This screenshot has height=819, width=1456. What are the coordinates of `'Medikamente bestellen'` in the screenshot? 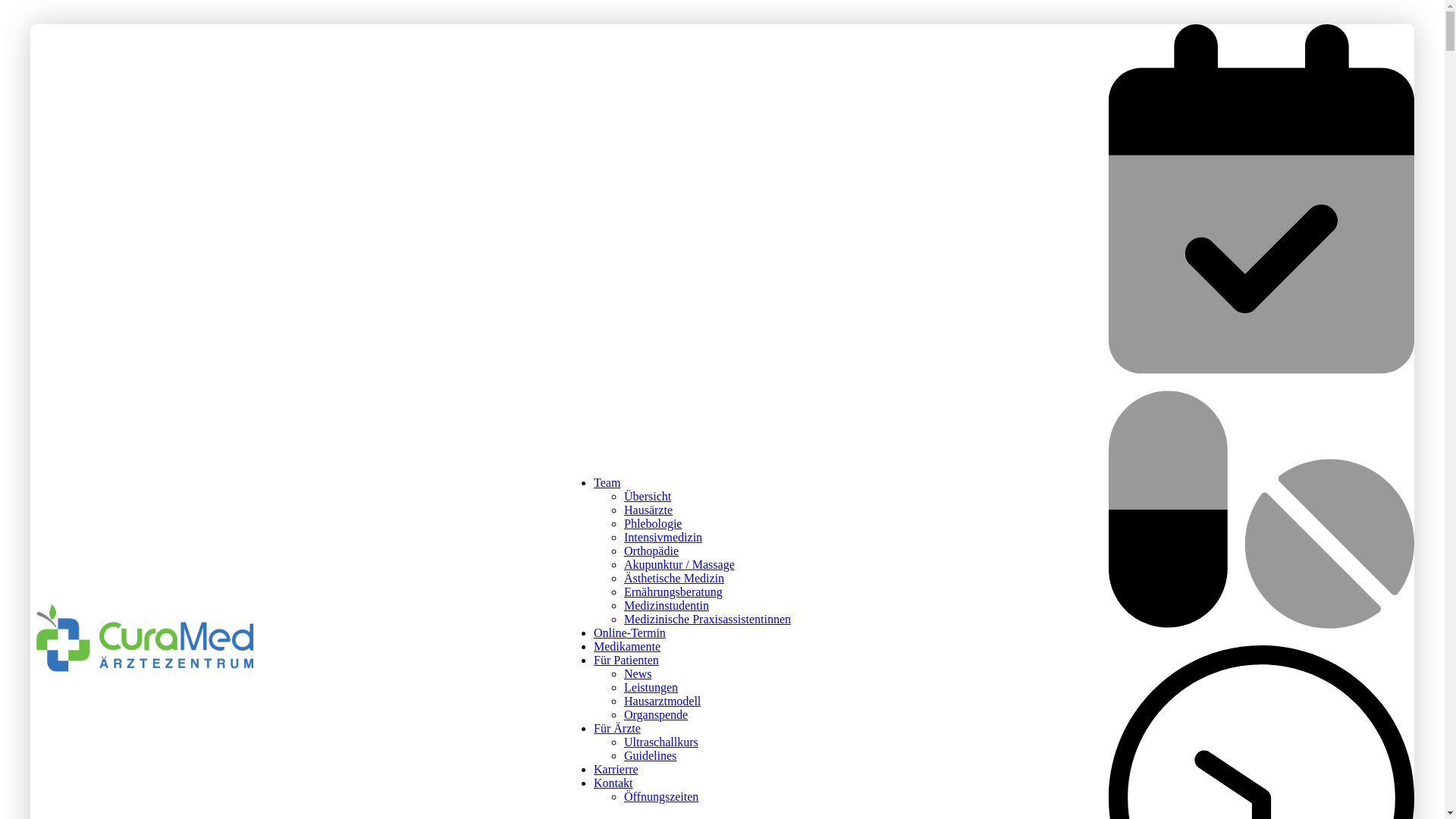 It's located at (1261, 379).